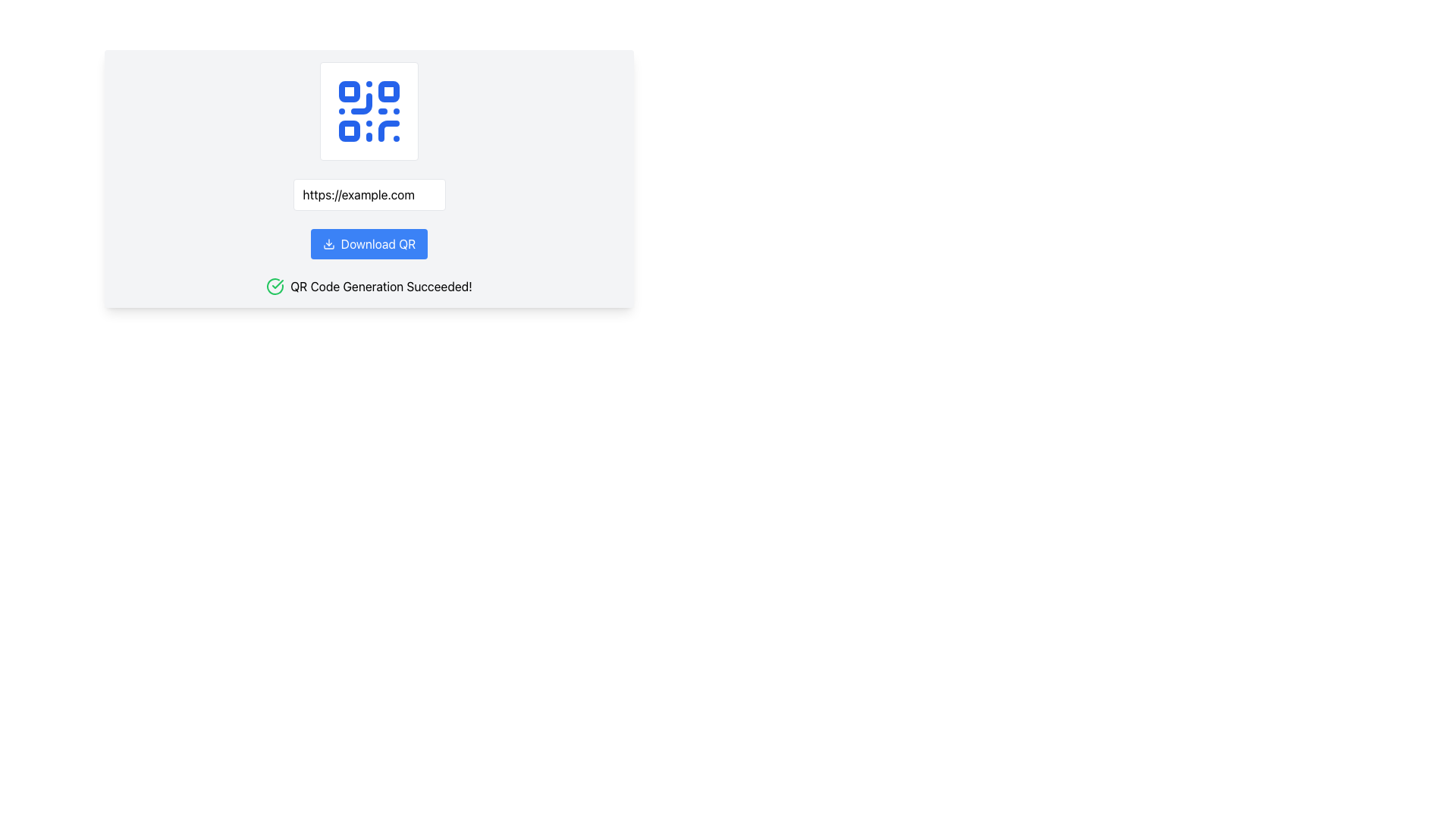 The height and width of the screenshot is (819, 1456). Describe the element at coordinates (369, 110) in the screenshot. I see `the blue stylized QR code icon which is centrally positioned within a white background and above the 'Download QR' button` at that location.